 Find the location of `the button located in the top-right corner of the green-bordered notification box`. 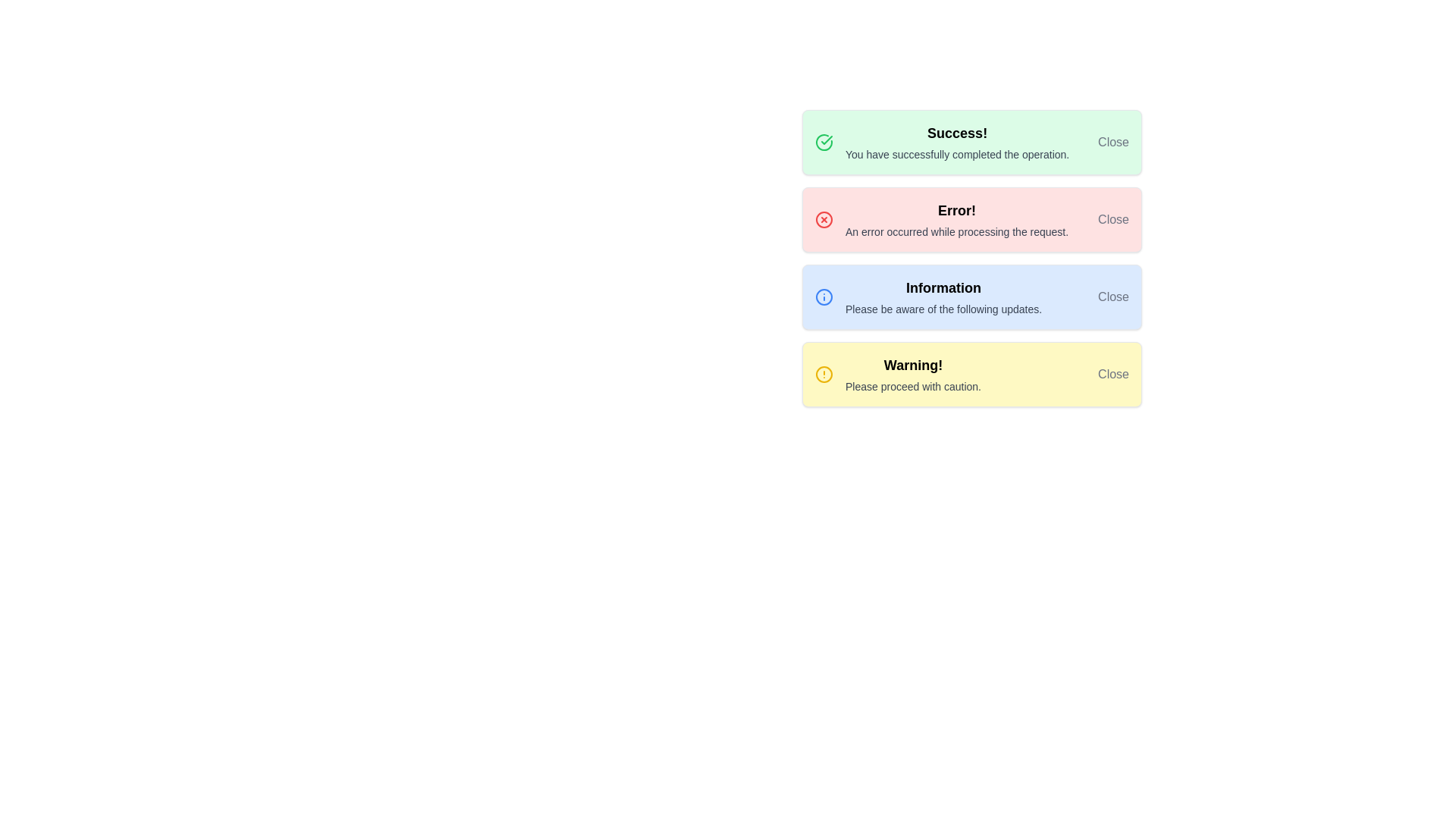

the button located in the top-right corner of the green-bordered notification box is located at coordinates (1113, 143).